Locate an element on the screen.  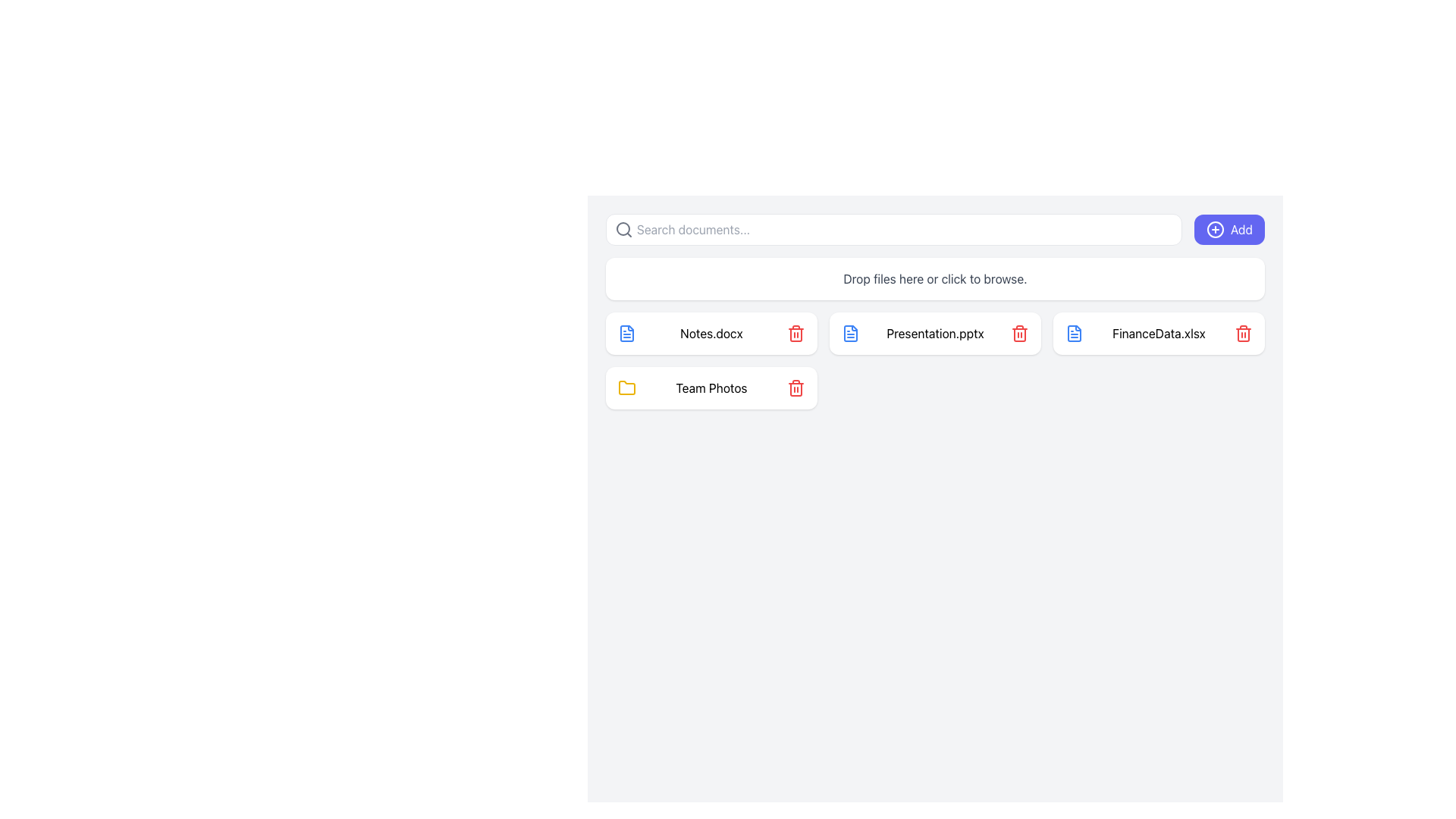
the middle component of the trash can icon, which is styled as an open rectangular shape with rounded corners and filled with red, indicating a deletion action. This icon is located to the right of a file or folder entry in the bottom row of the file list is located at coordinates (795, 334).